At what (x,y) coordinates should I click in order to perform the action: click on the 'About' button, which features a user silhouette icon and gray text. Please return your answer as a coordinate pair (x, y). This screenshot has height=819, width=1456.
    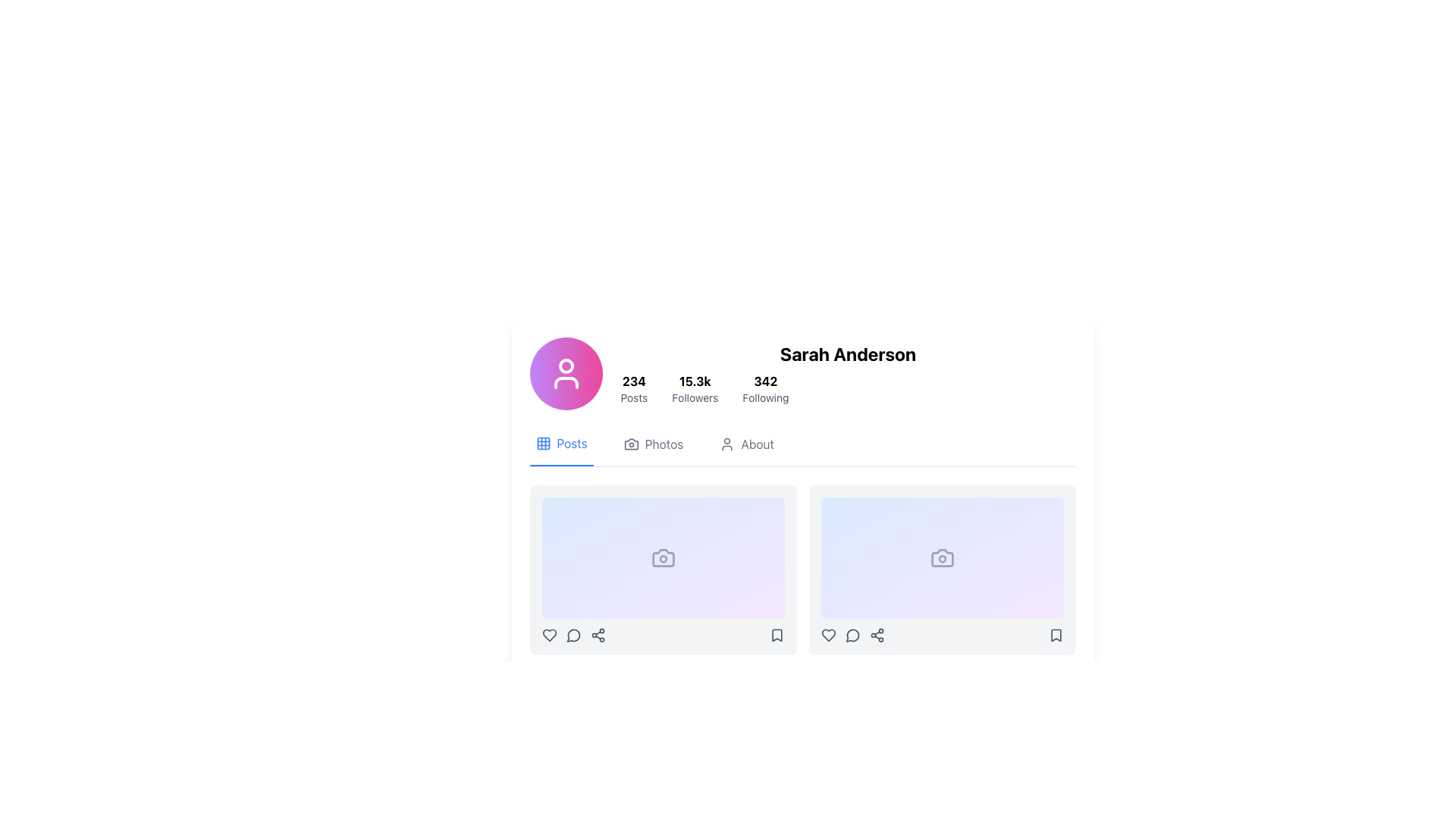
    Looking at the image, I should click on (747, 450).